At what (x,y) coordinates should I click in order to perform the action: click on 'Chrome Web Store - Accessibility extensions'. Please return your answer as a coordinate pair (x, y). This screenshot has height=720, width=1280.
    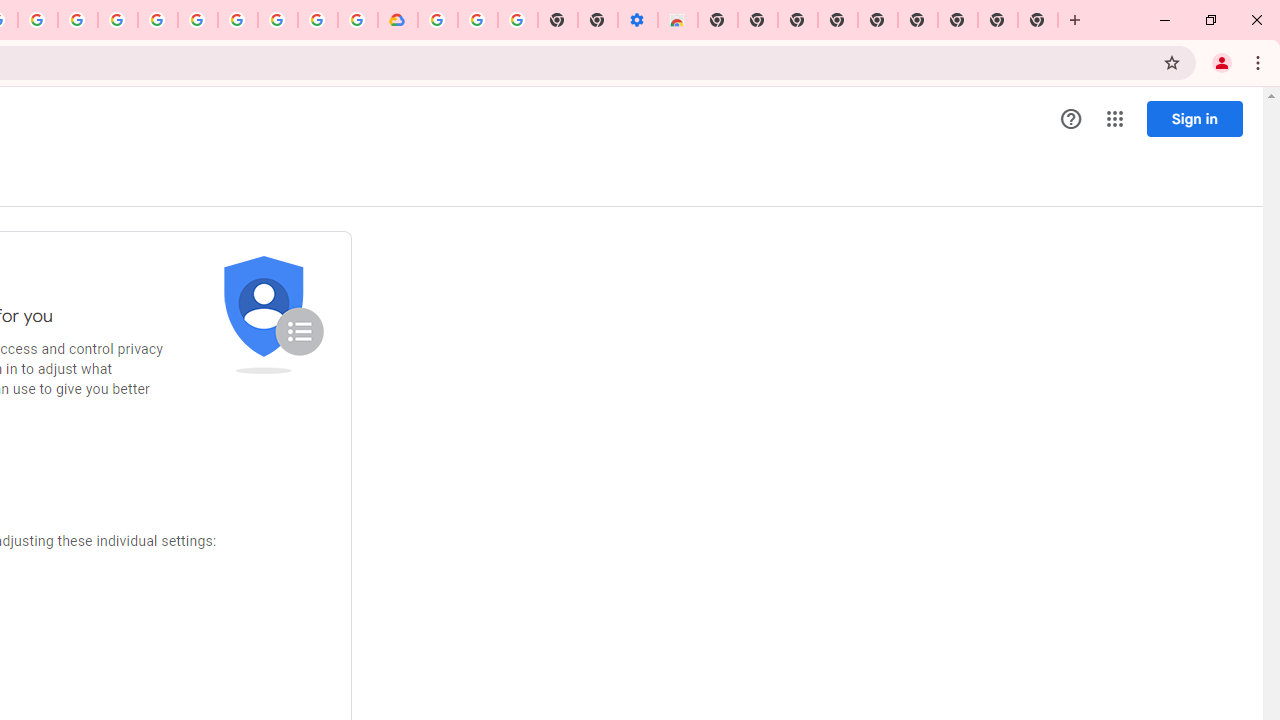
    Looking at the image, I should click on (677, 20).